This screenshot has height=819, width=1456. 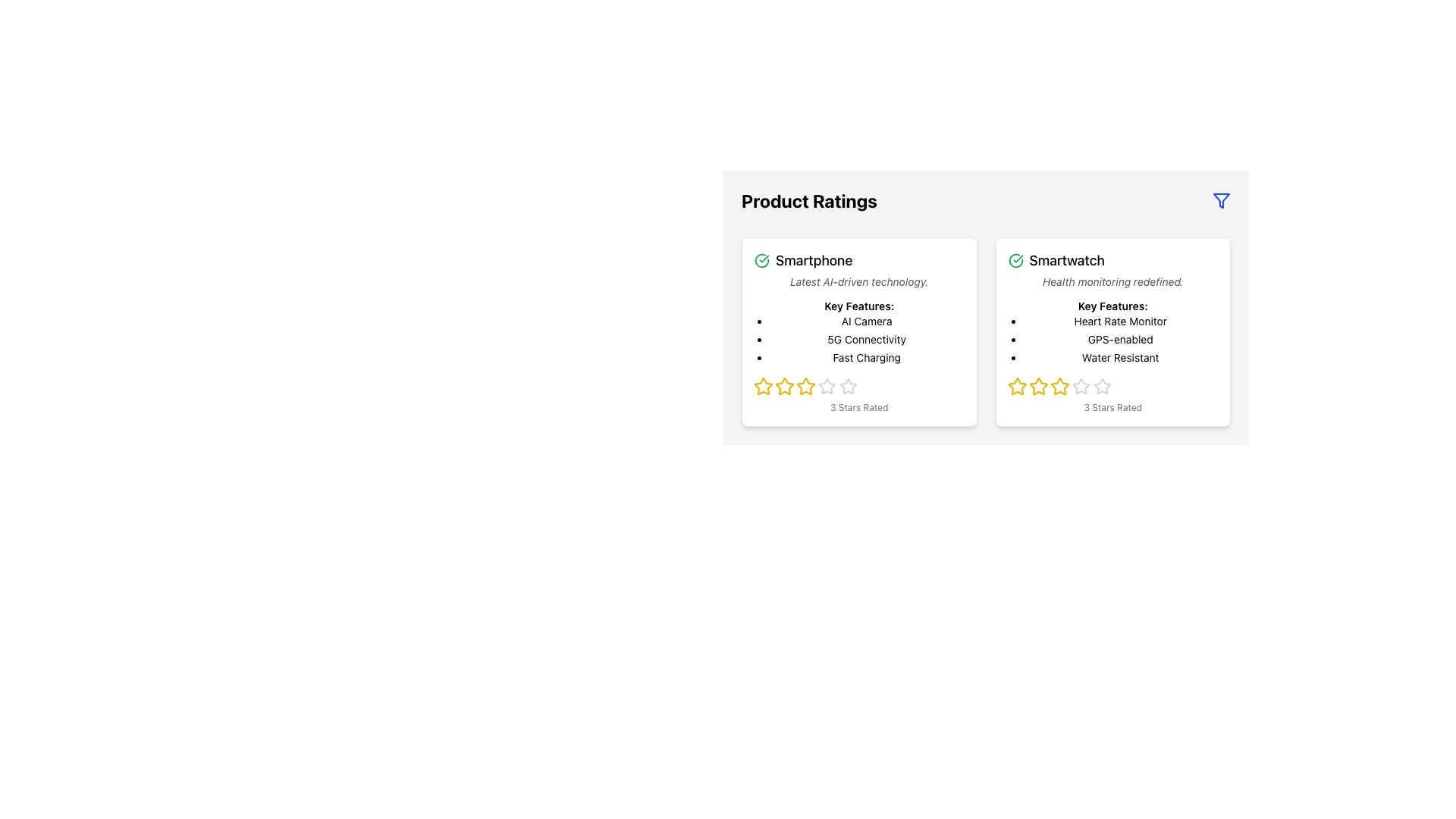 I want to click on the text label displaying '3 Stars Rated', which is styled in small gray text and positioned below the star icons of the Smartwatch product card, so click(x=1112, y=406).